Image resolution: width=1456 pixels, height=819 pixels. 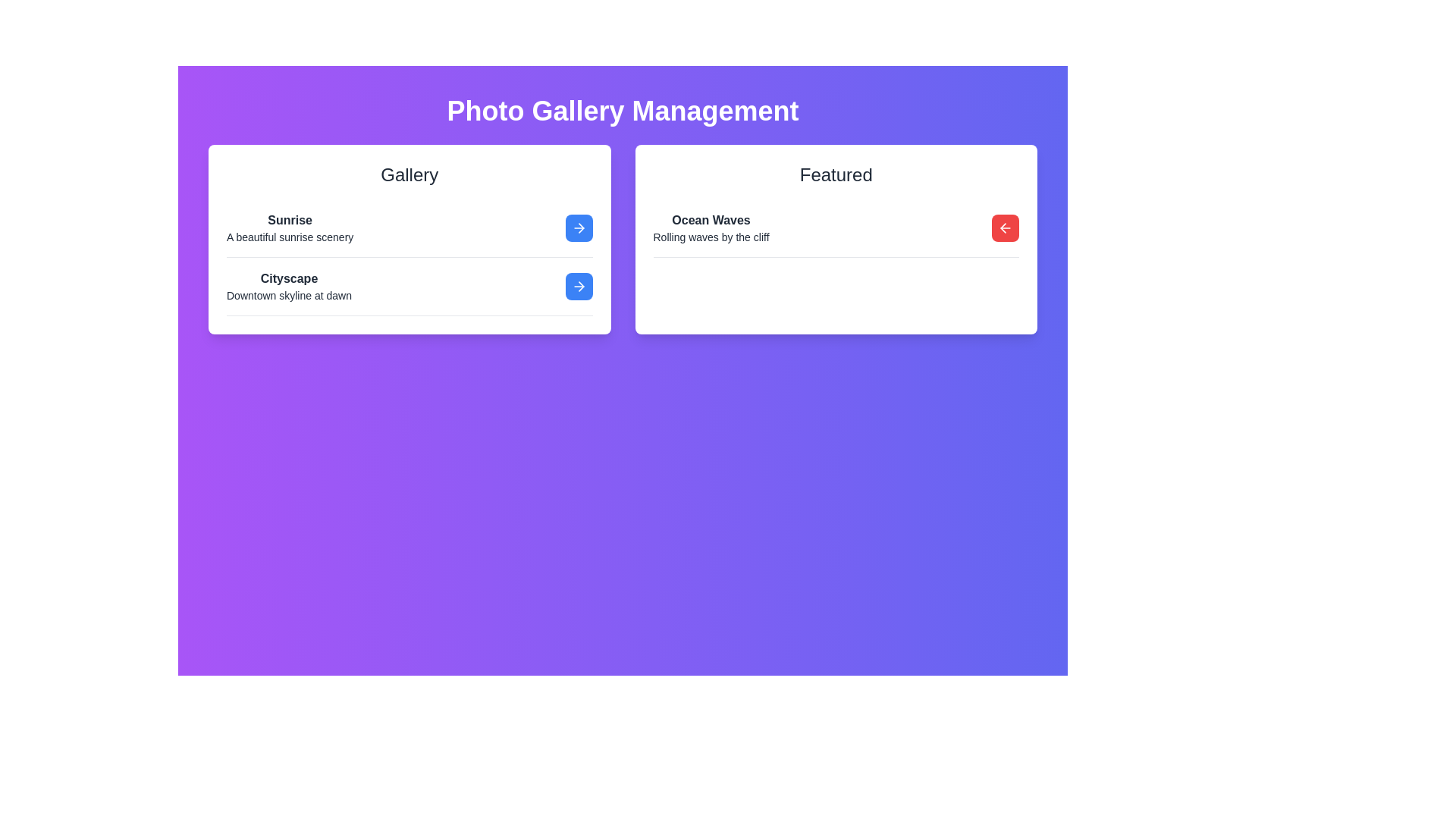 What do you see at coordinates (290, 227) in the screenshot?
I see `the stacked text component labeled 'Sunrise' that describes 'A beautiful sunrise scenery', located in the top-left section of the left card under the 'Gallery' heading` at bounding box center [290, 227].